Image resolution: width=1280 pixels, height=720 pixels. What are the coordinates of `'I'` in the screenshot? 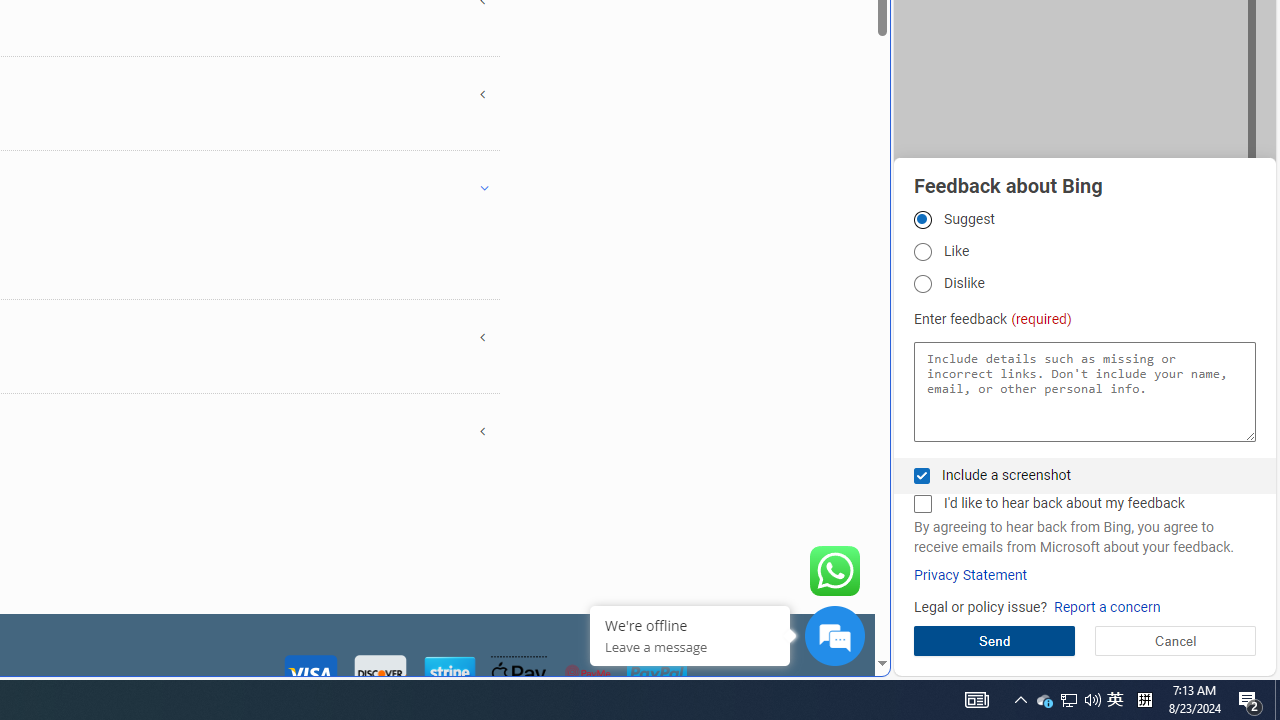 It's located at (921, 502).